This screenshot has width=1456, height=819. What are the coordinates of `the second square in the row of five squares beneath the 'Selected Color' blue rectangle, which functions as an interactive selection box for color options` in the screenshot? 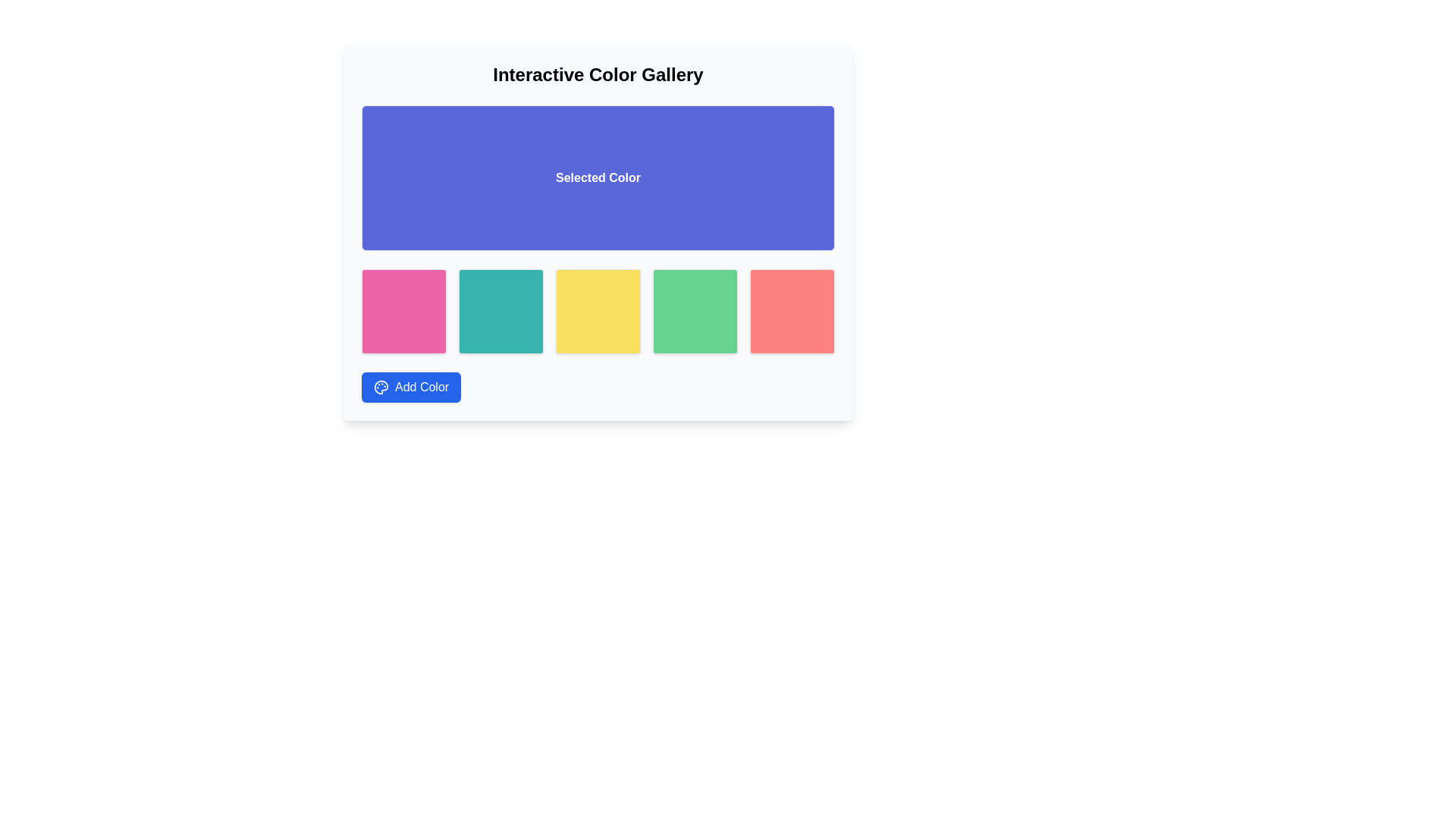 It's located at (501, 311).